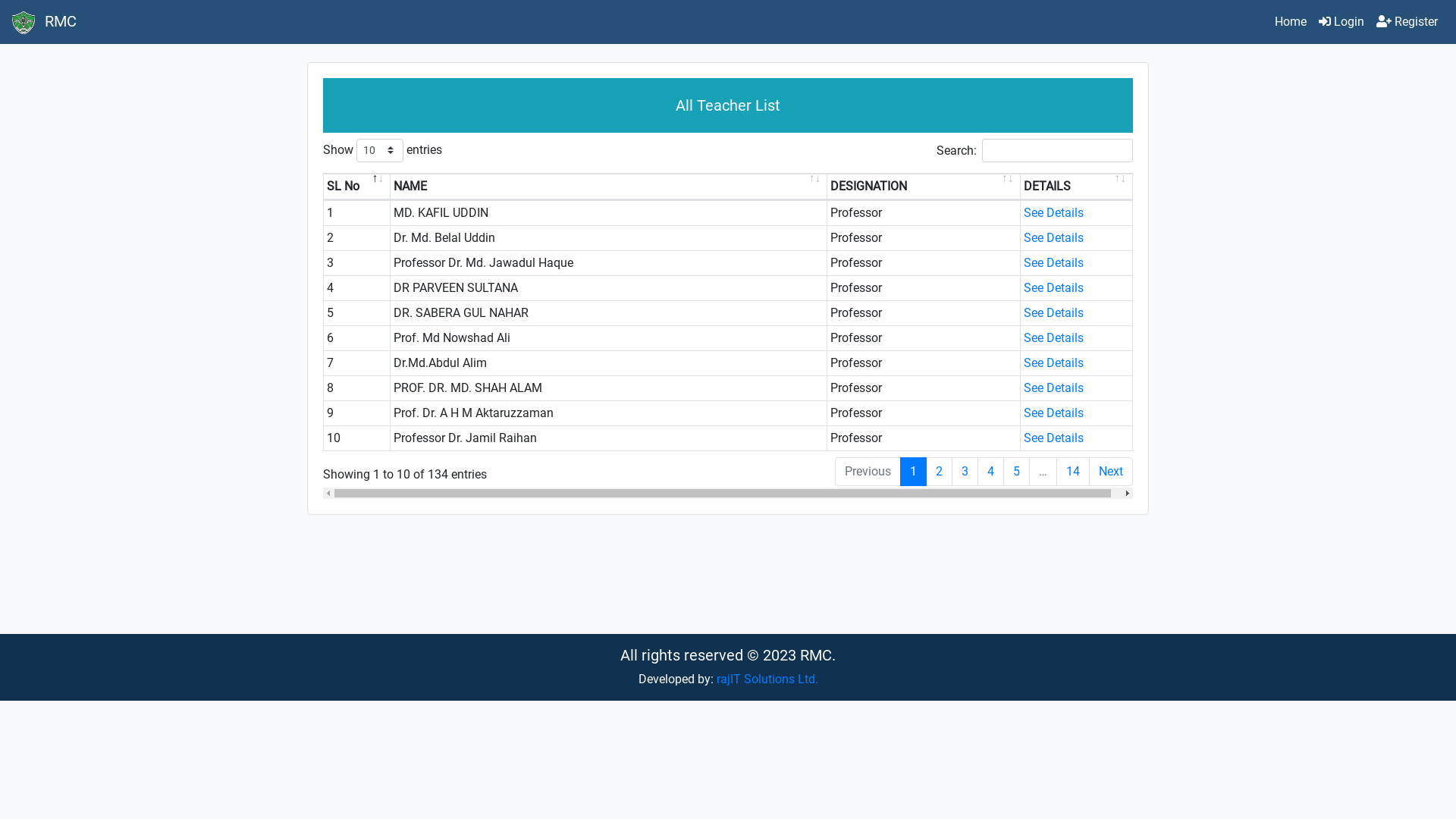  I want to click on 'See Details', so click(1023, 312).